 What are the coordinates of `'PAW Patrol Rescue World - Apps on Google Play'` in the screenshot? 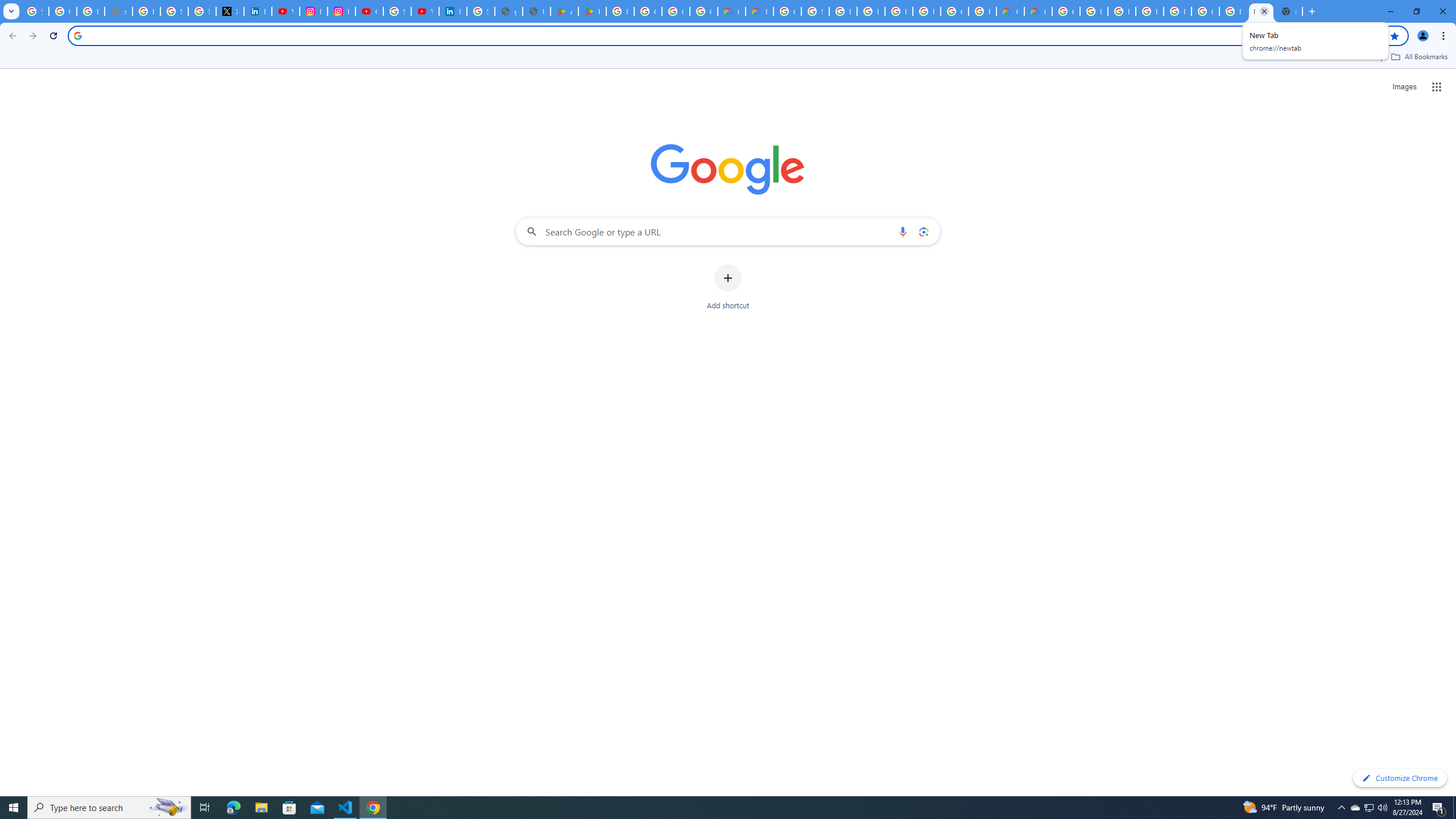 It's located at (591, 11).